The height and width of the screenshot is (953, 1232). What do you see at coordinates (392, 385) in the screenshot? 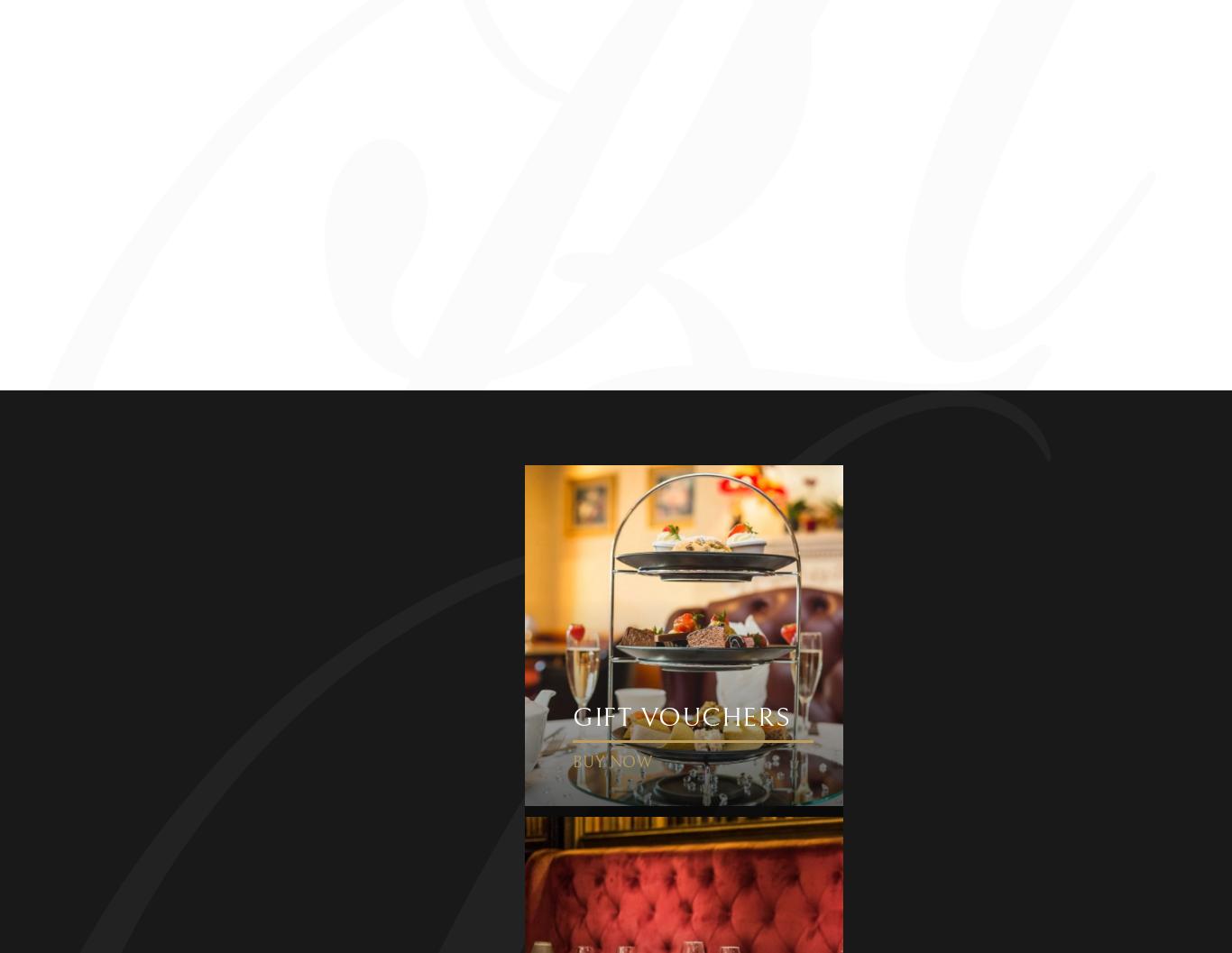
I see `'Dining Enquiry'` at bounding box center [392, 385].